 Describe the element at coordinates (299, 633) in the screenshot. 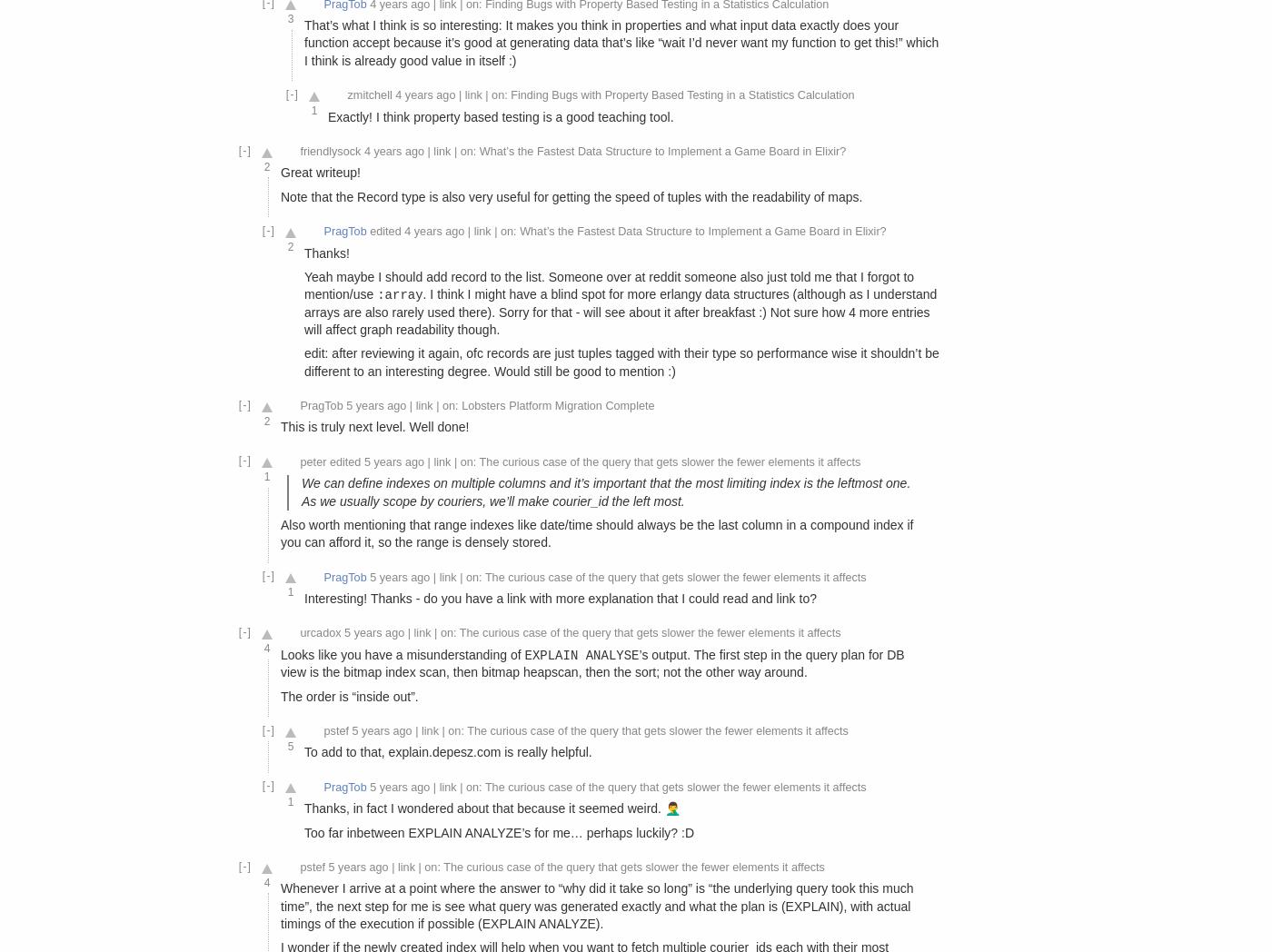

I see `'urcadox'` at that location.